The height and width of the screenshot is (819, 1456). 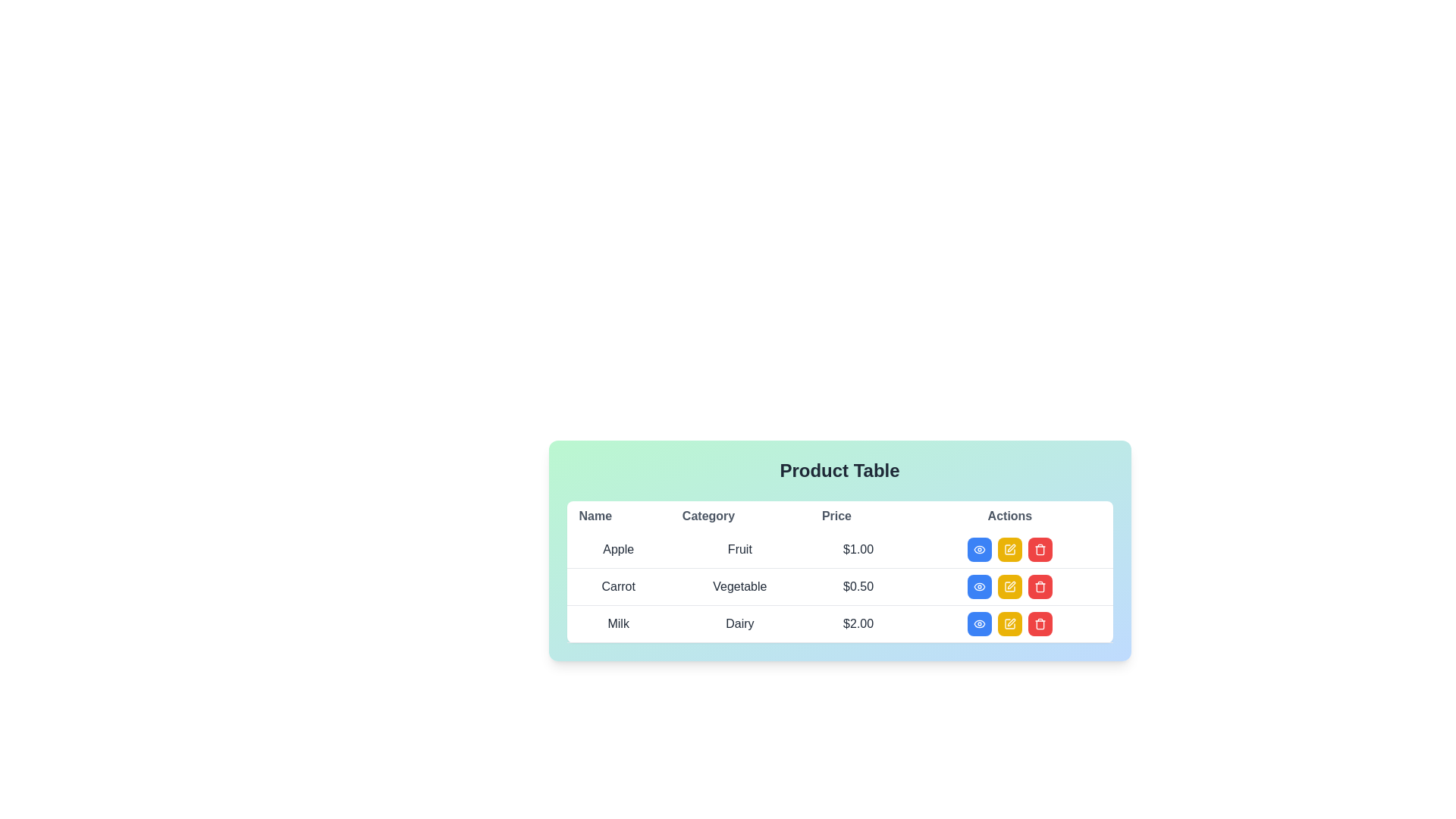 What do you see at coordinates (979, 623) in the screenshot?
I see `the first button in the 'Actions' column of the bottommost row of the table` at bounding box center [979, 623].